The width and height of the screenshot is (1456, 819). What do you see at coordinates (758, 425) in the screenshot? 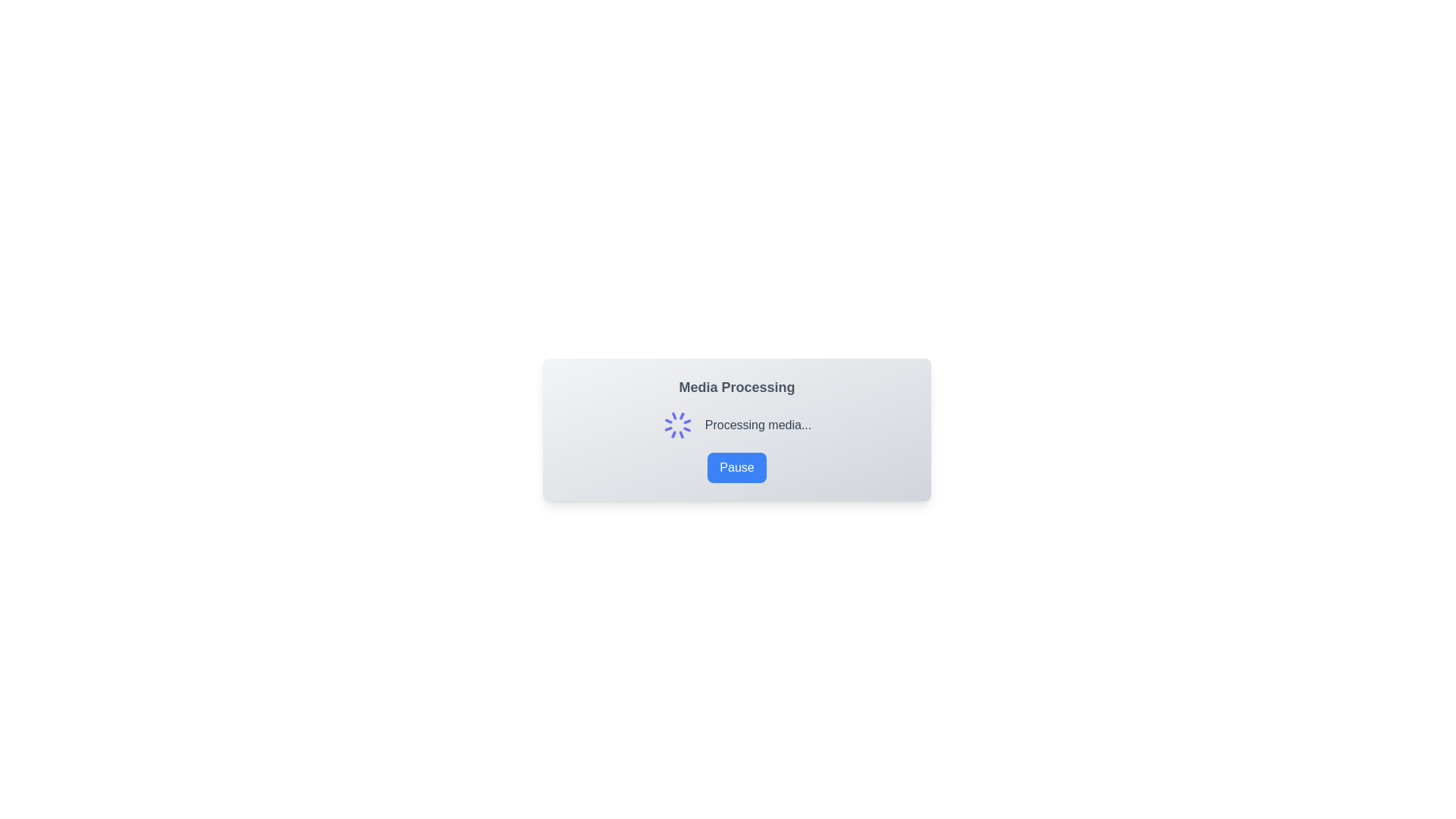
I see `the static text label displaying 'Processing media...' which is located below a spinner icon and above a blue 'Pause' button` at bounding box center [758, 425].